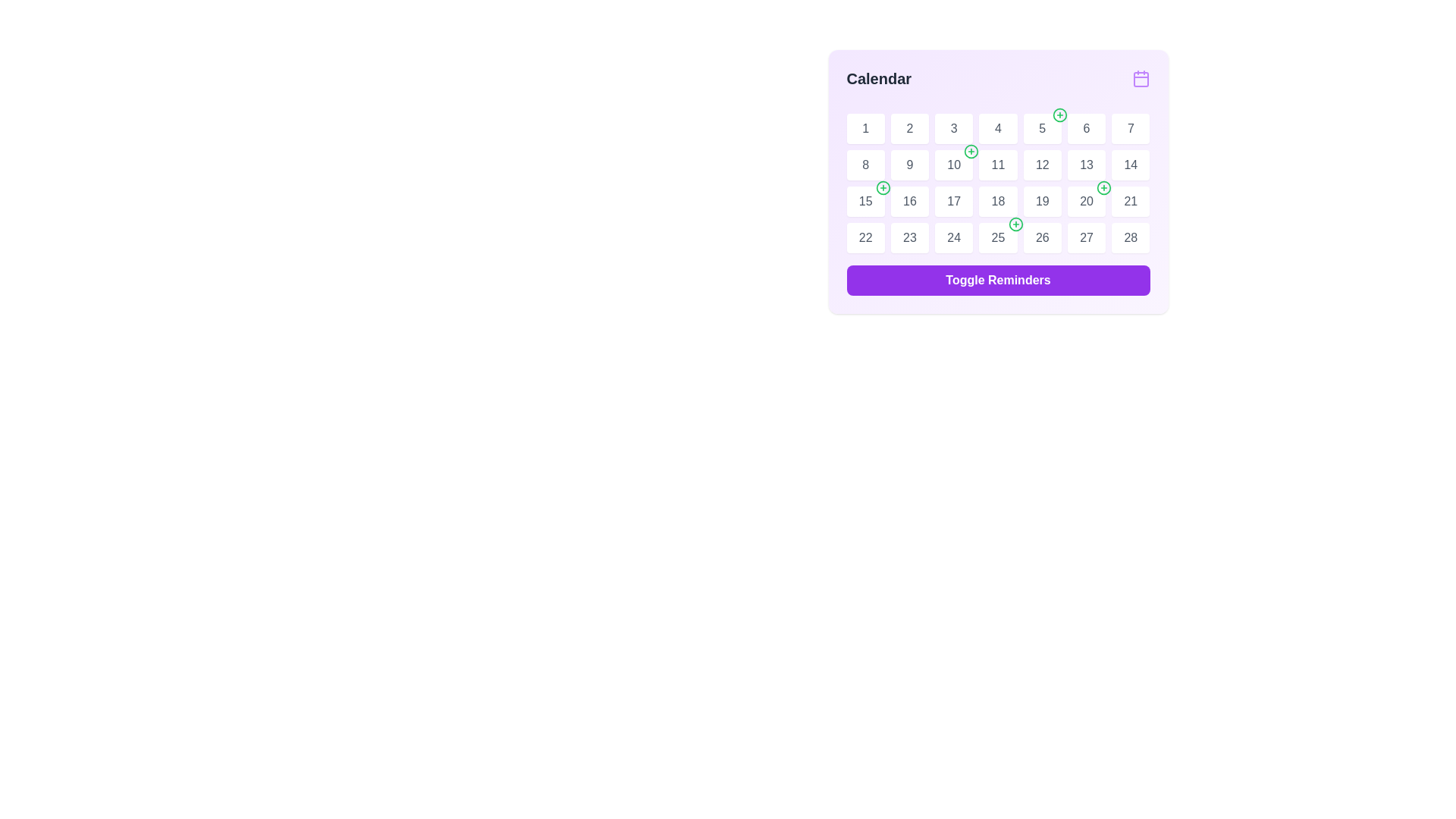 The image size is (1456, 819). Describe the element at coordinates (953, 237) in the screenshot. I see `the text label indicating the 24th day in the calendar interface, located in the sixth row and fourth column of the calendar grid` at that location.